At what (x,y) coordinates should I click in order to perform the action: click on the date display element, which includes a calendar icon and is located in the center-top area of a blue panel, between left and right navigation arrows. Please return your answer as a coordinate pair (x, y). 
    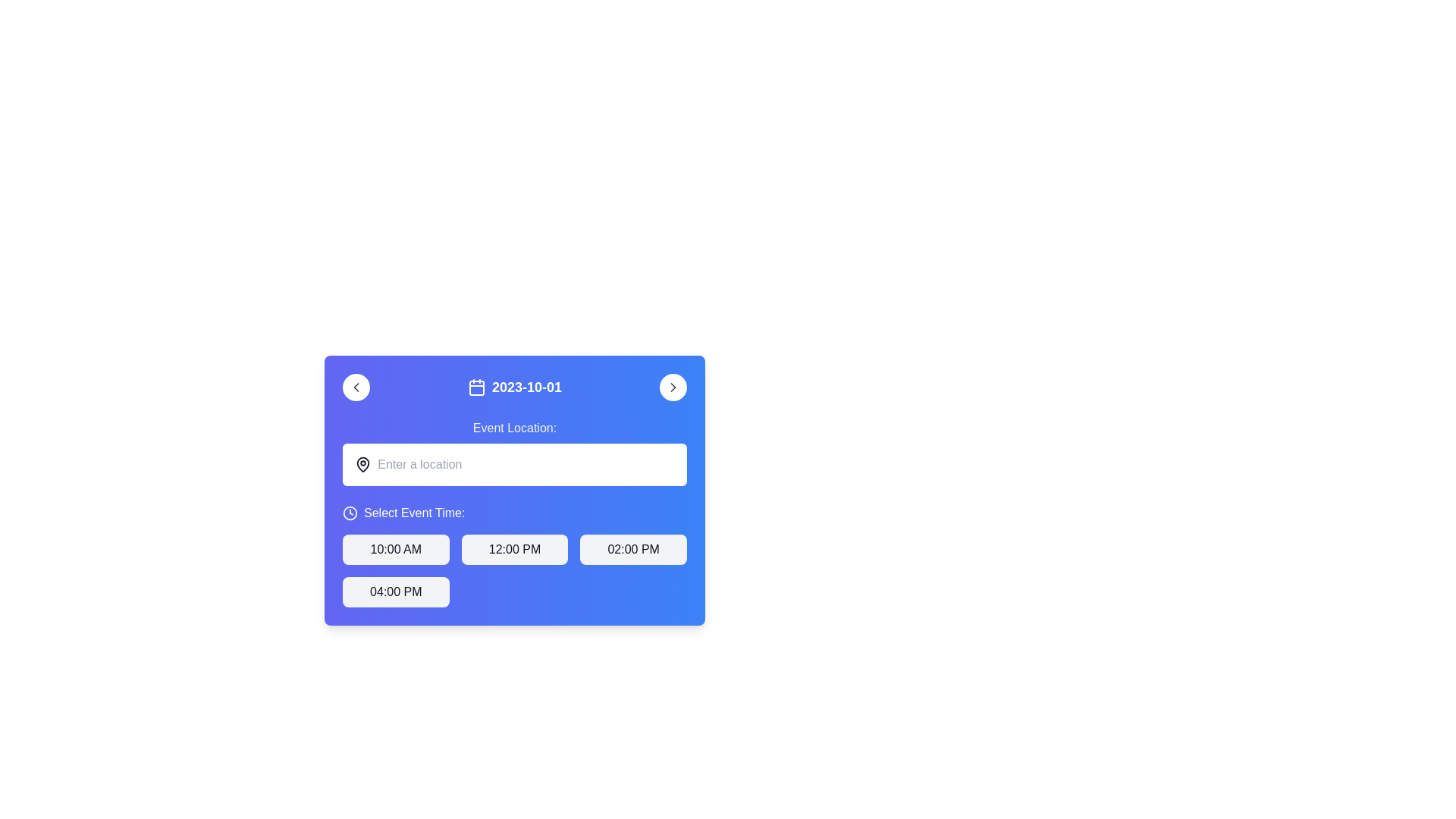
    Looking at the image, I should click on (514, 386).